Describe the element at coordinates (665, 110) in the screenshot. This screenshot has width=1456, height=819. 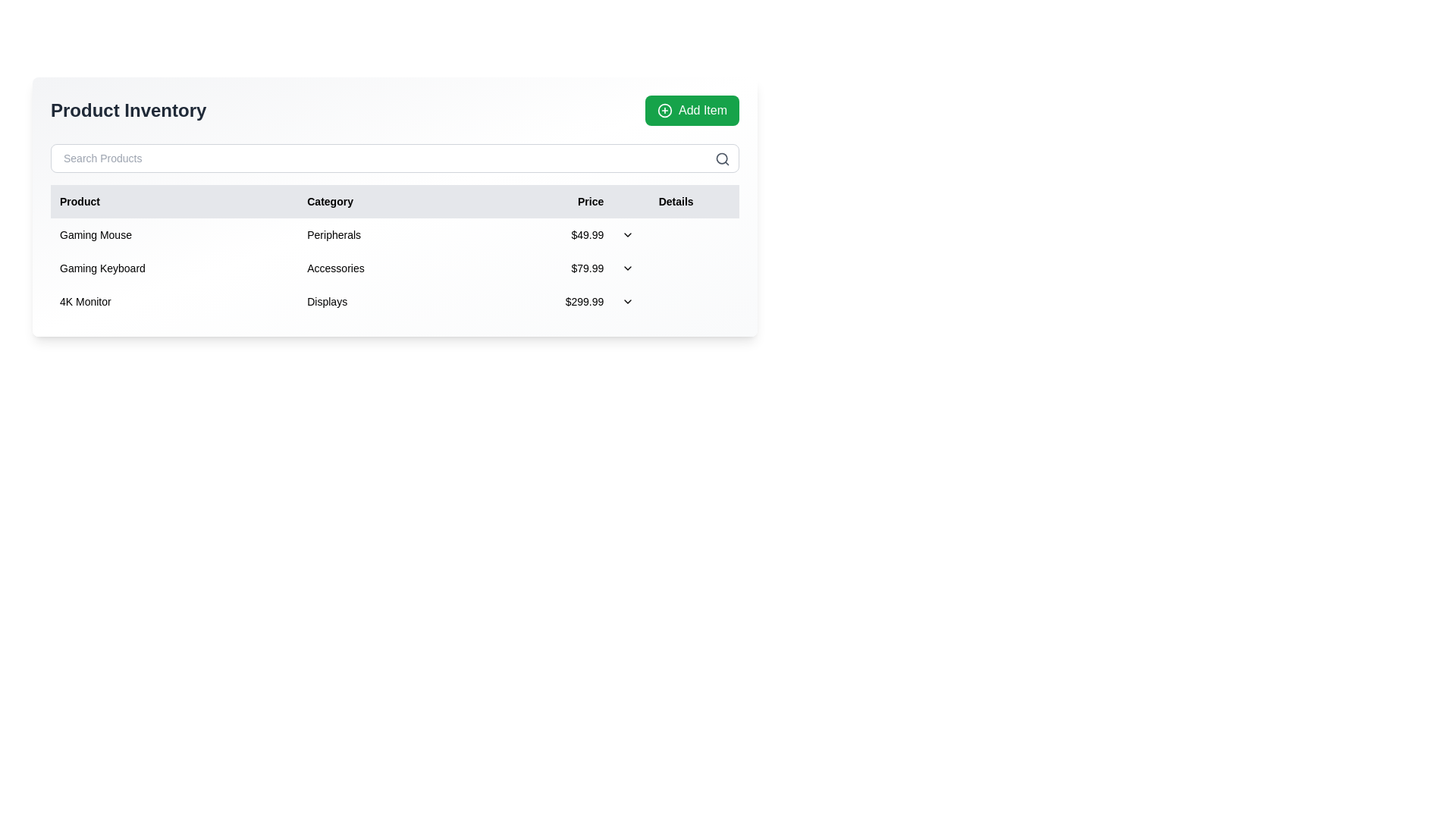
I see `the decorative icon with a plus symbol located within the 'Add Item' button, which is outlined in white and positioned to the left of the text label 'Add Item'` at that location.